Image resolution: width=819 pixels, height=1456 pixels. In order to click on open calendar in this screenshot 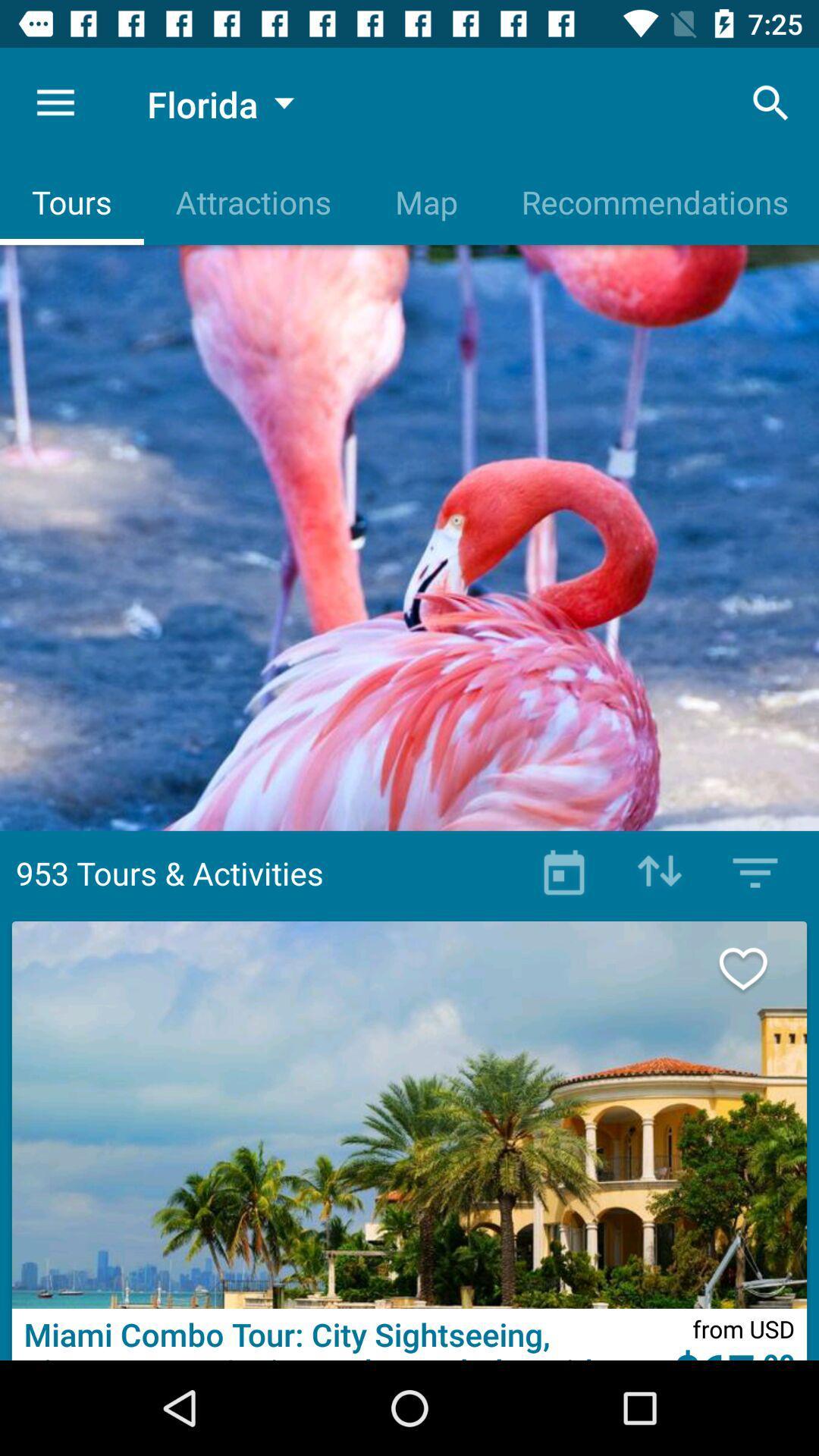, I will do `click(564, 873)`.